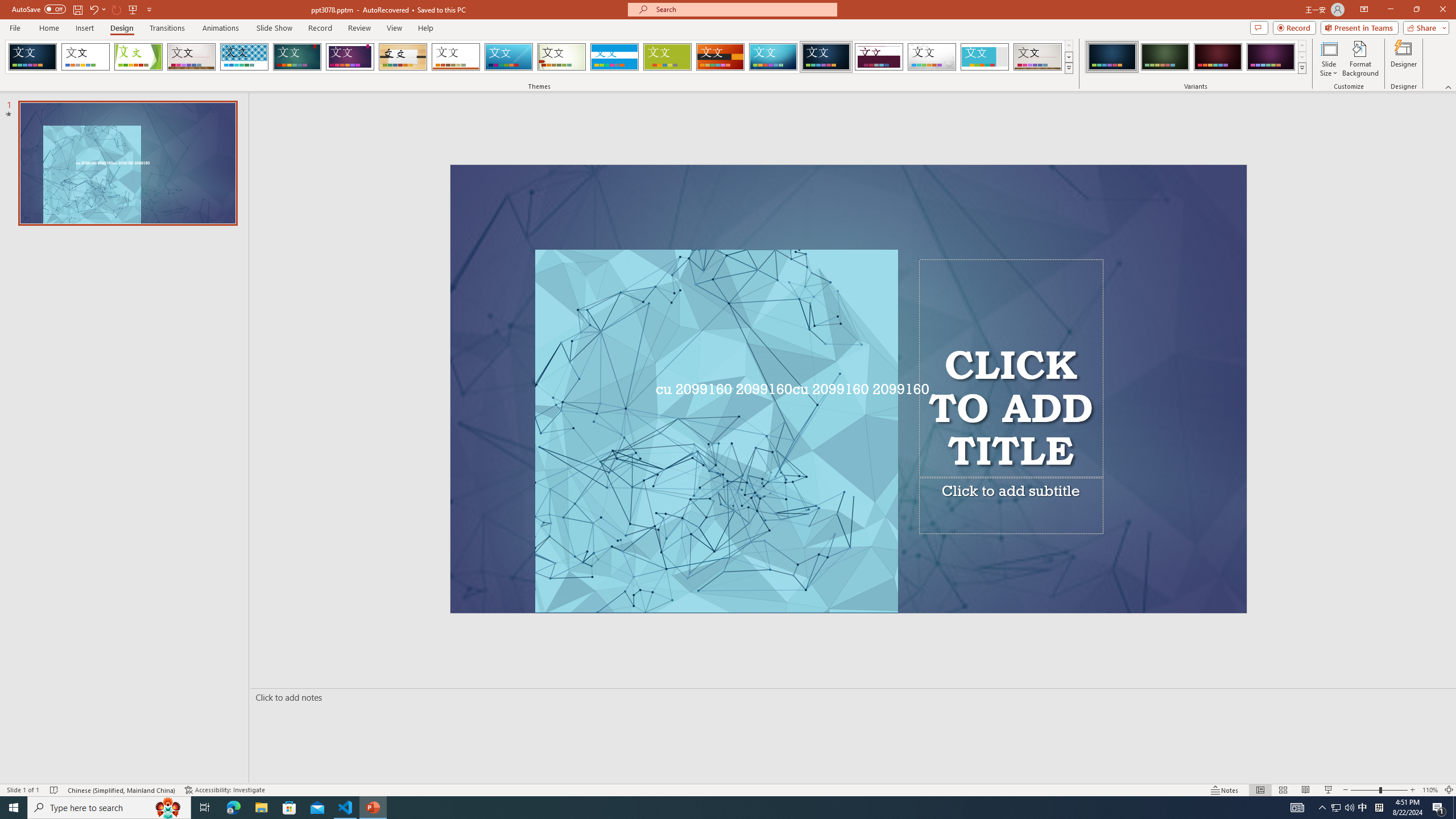  Describe the element at coordinates (244, 56) in the screenshot. I see `'Integral'` at that location.